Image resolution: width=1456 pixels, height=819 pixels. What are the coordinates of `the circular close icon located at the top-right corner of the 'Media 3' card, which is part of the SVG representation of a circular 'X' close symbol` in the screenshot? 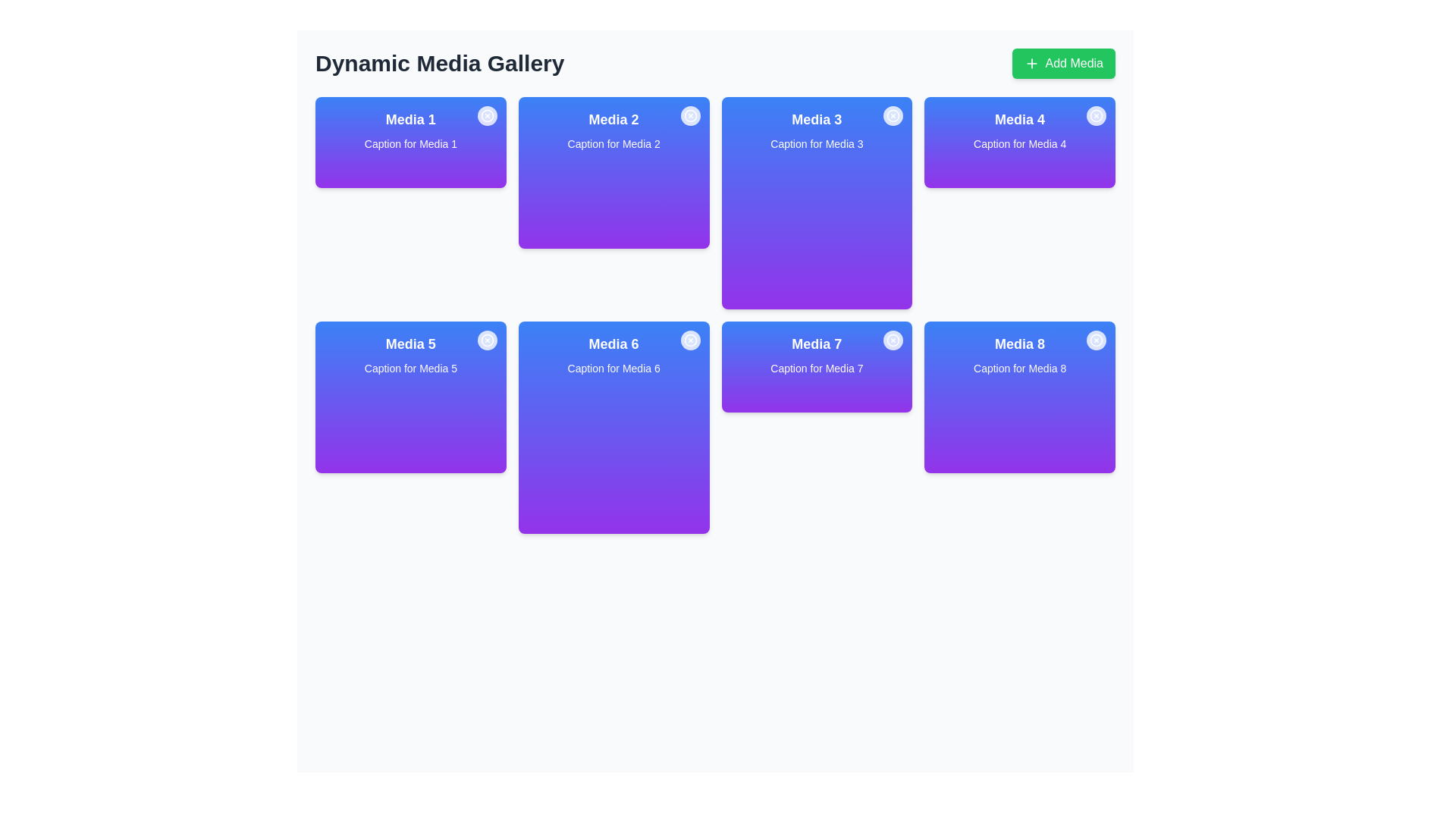 It's located at (893, 115).